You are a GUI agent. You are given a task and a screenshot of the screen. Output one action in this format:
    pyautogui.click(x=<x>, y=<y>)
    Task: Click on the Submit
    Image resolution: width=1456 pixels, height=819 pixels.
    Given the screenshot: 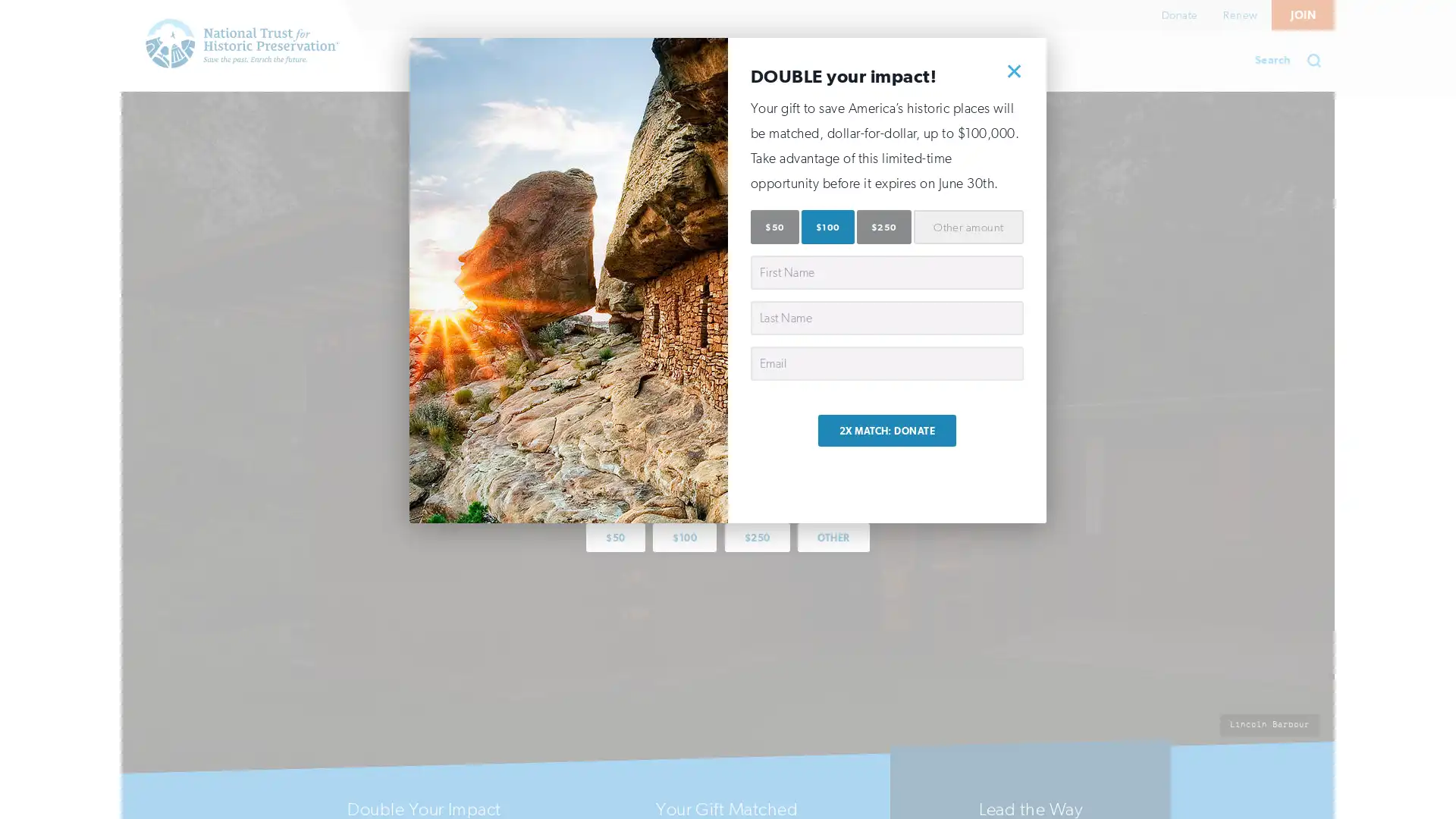 What is the action you would take?
    pyautogui.click(x=1318, y=60)
    